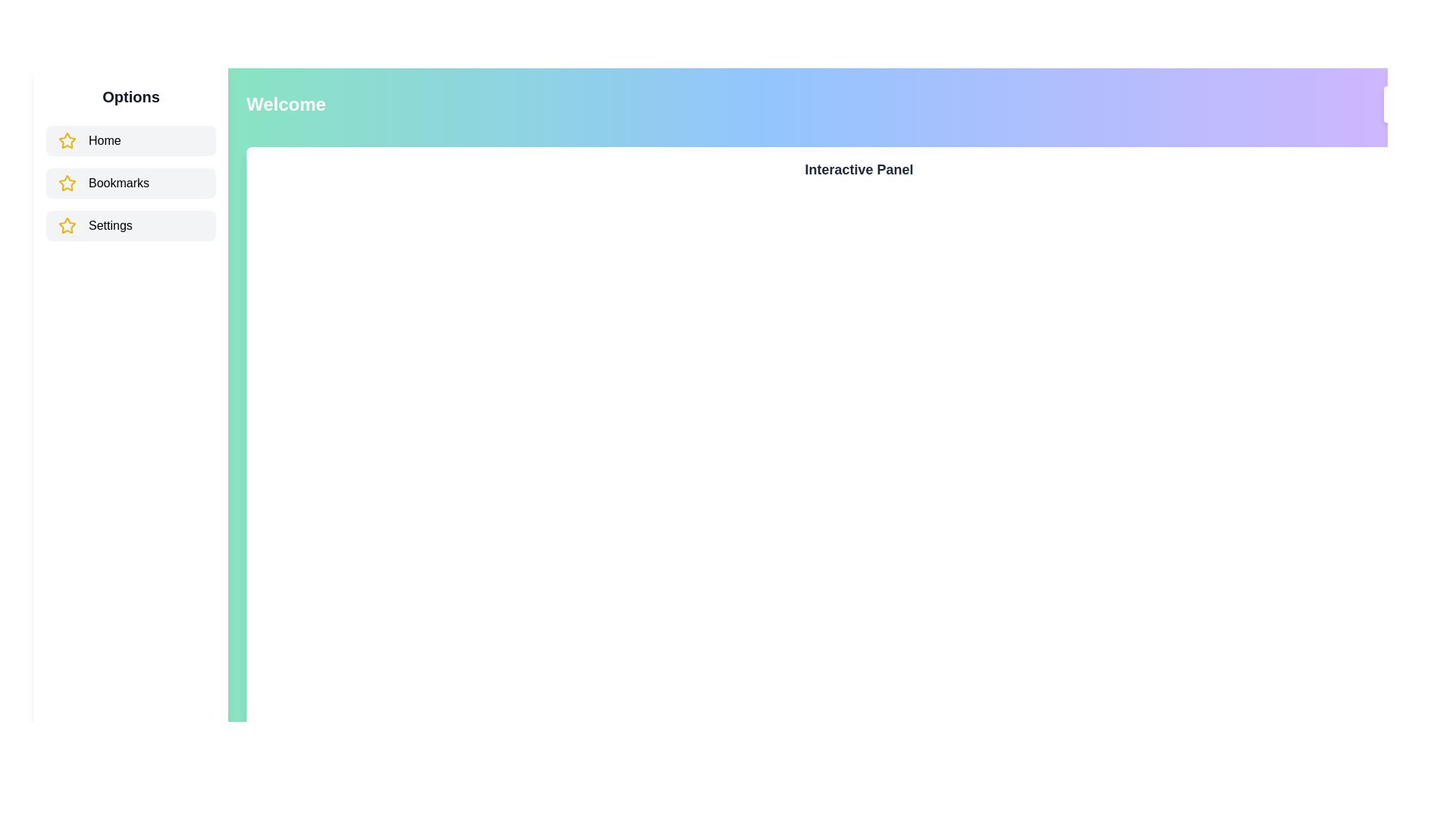 This screenshot has width=1456, height=819. Describe the element at coordinates (130, 225) in the screenshot. I see `the navigation button located in the left sidebar, positioned below the 'Bookmarks' button` at that location.